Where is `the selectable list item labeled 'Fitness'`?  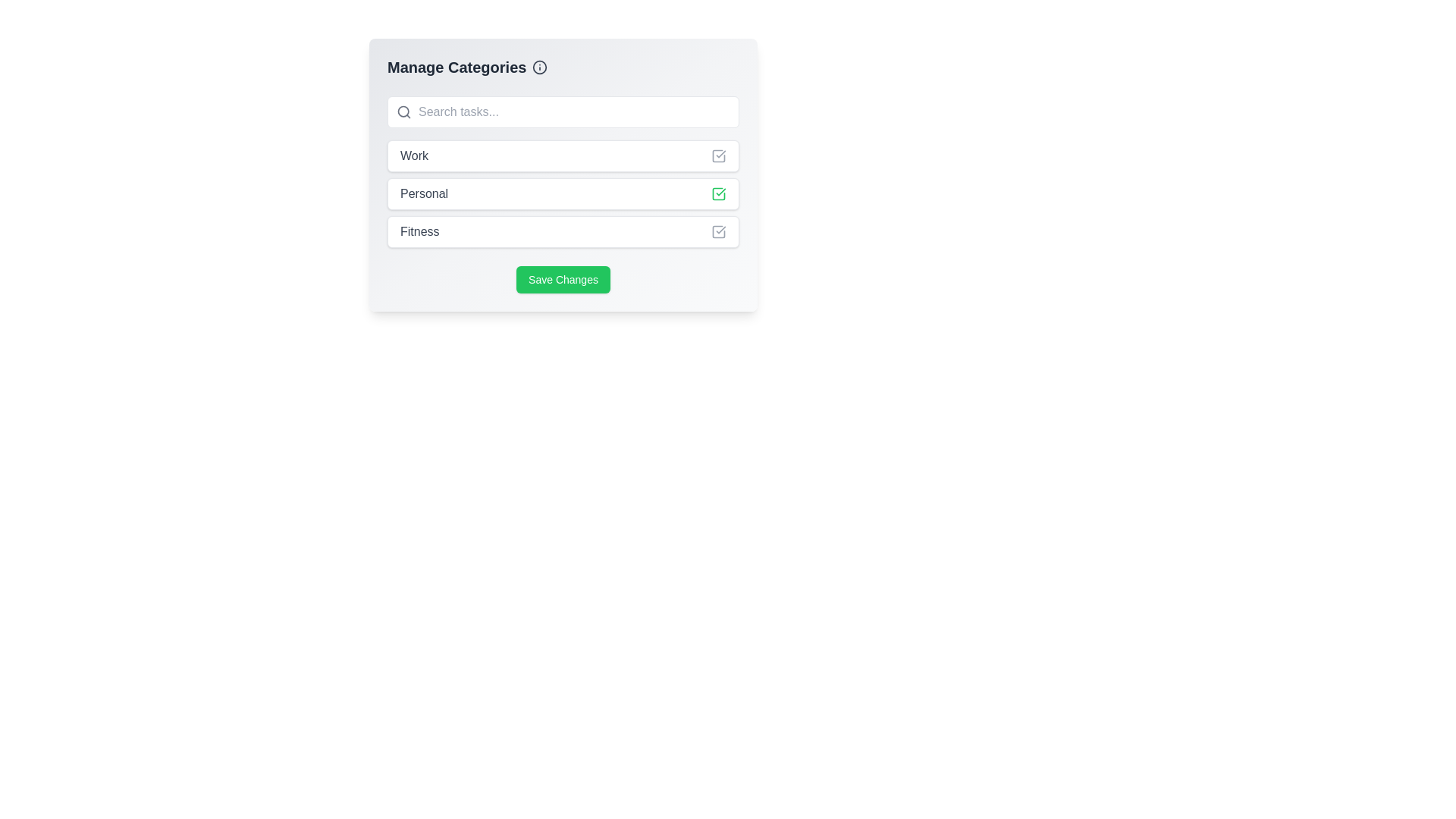 the selectable list item labeled 'Fitness' is located at coordinates (563, 231).